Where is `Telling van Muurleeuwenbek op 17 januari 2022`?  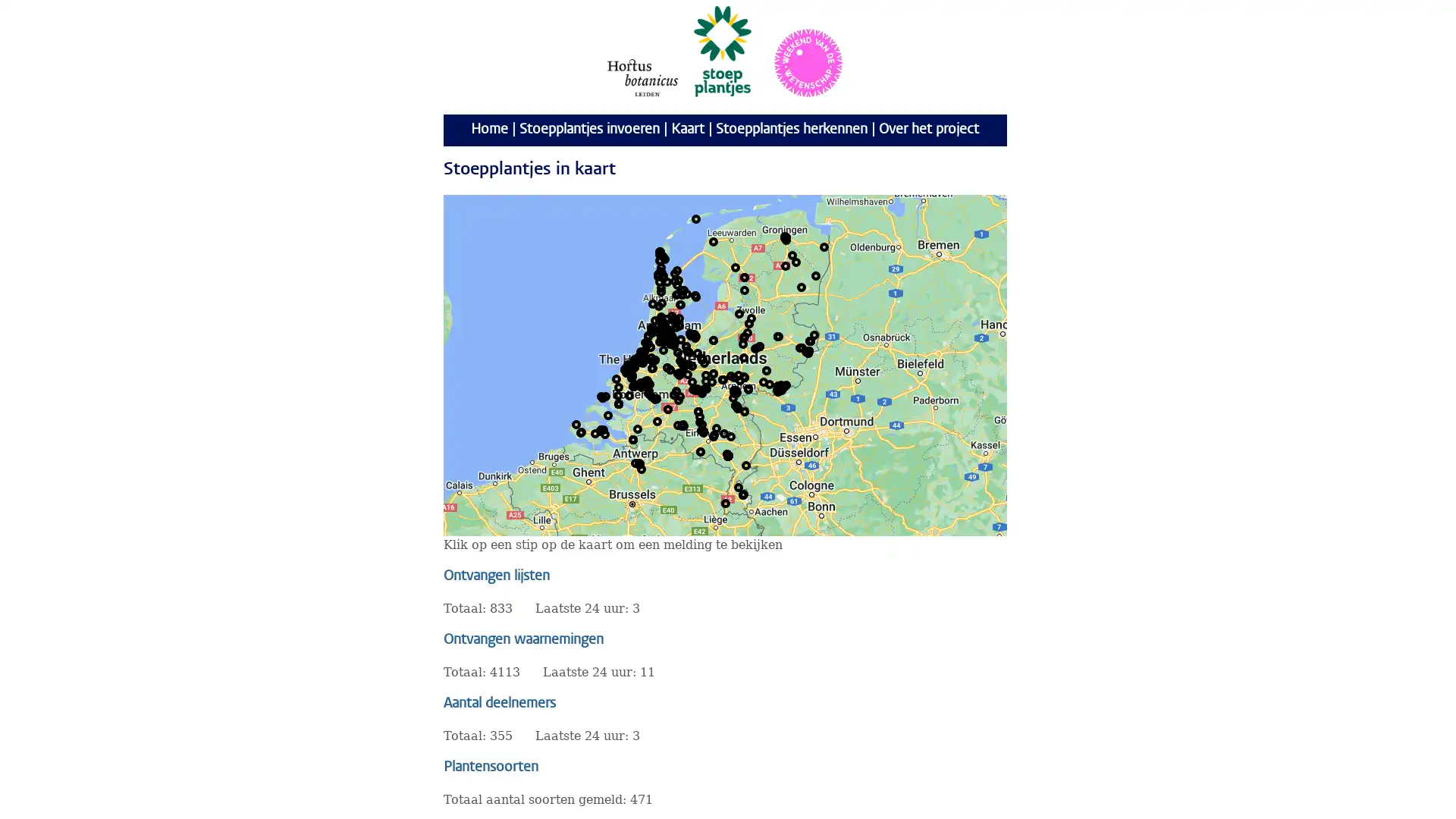
Telling van Muurleeuwenbek op 17 januari 2022 is located at coordinates (807, 351).